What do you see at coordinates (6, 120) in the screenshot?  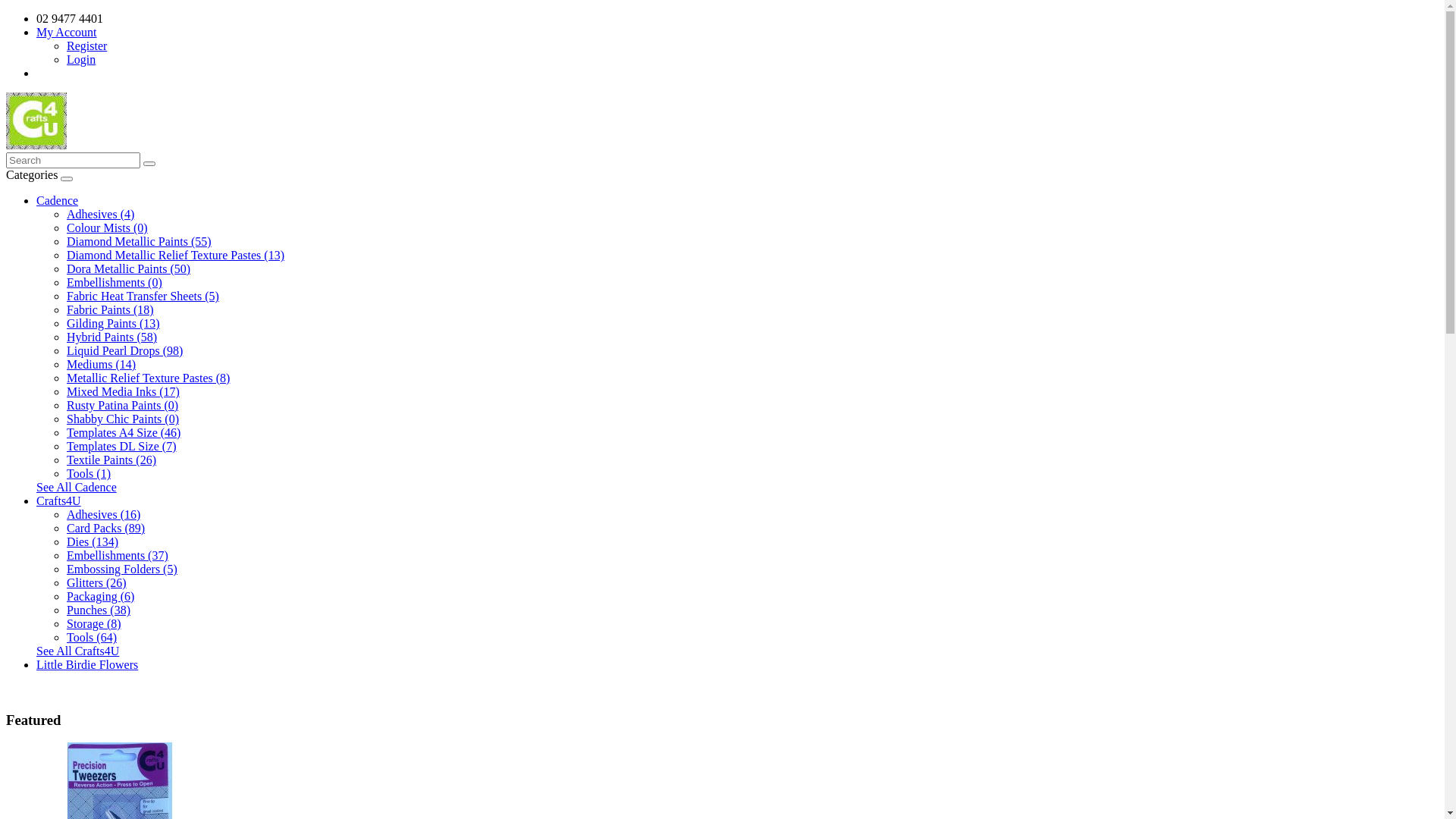 I see `'Crafts4U'` at bounding box center [6, 120].